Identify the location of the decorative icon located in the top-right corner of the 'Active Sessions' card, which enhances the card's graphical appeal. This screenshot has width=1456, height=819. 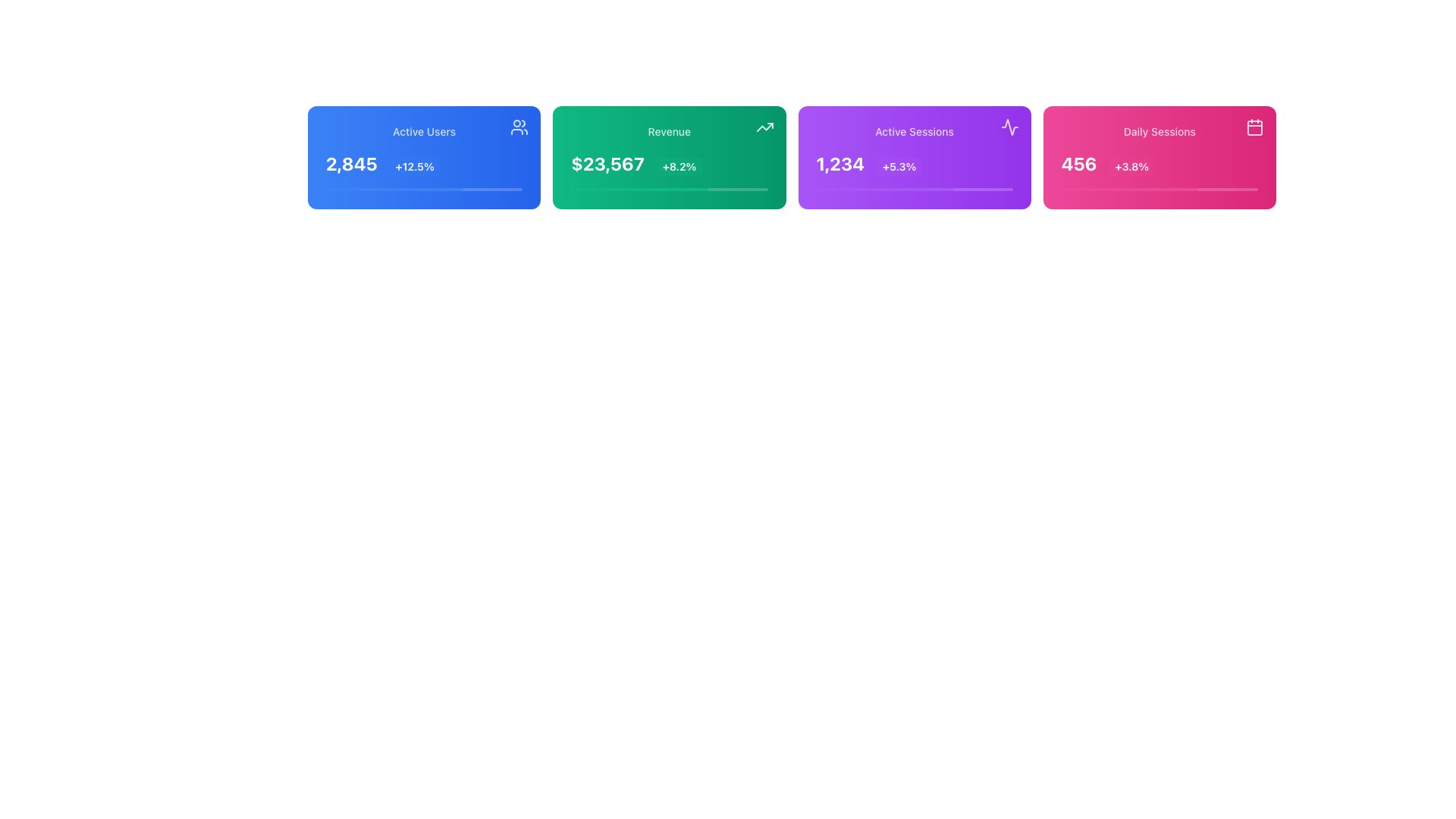
(1009, 127).